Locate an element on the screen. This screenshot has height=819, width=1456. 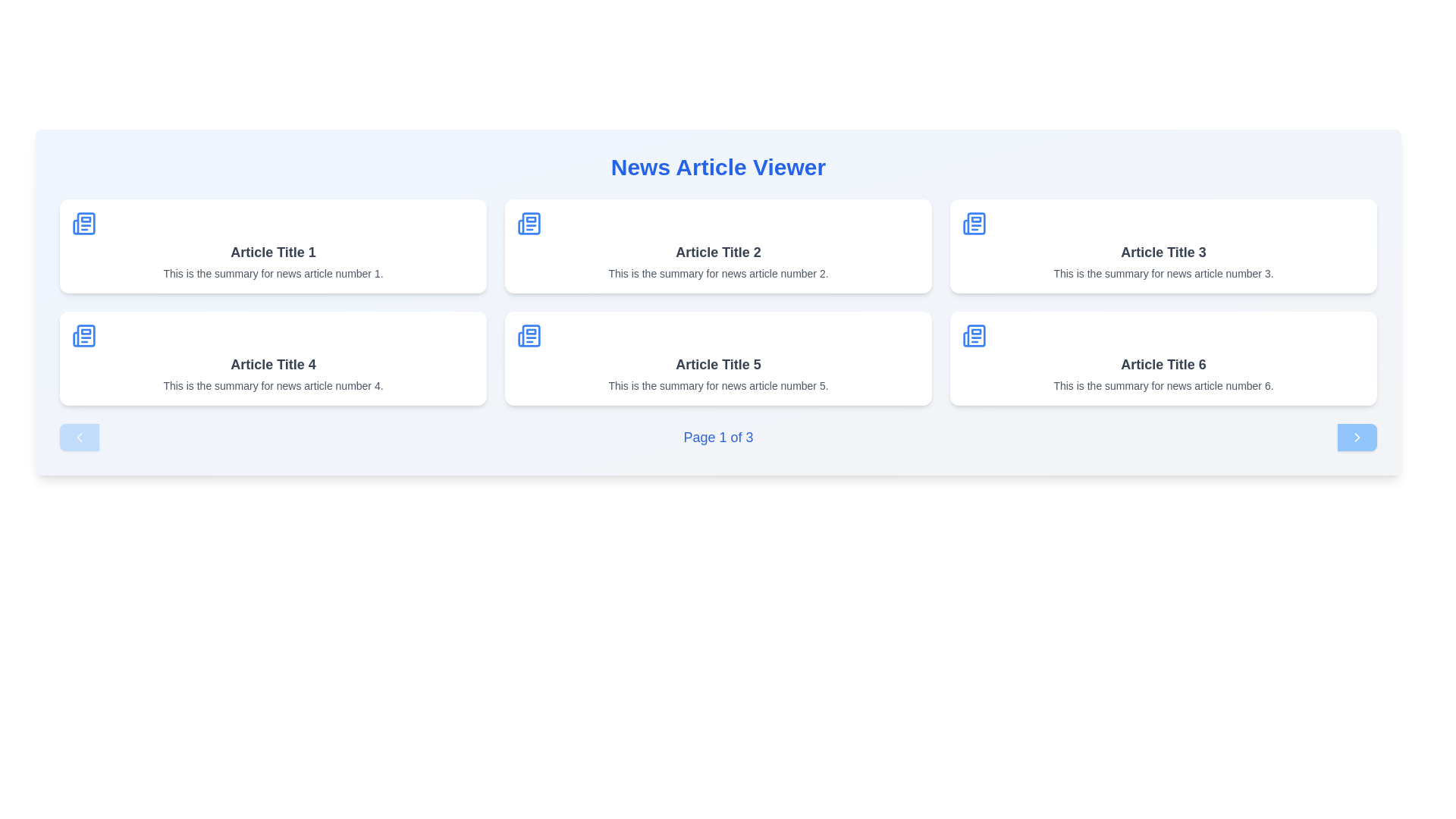
the icon representing 'Article Title 5' is located at coordinates (529, 335).